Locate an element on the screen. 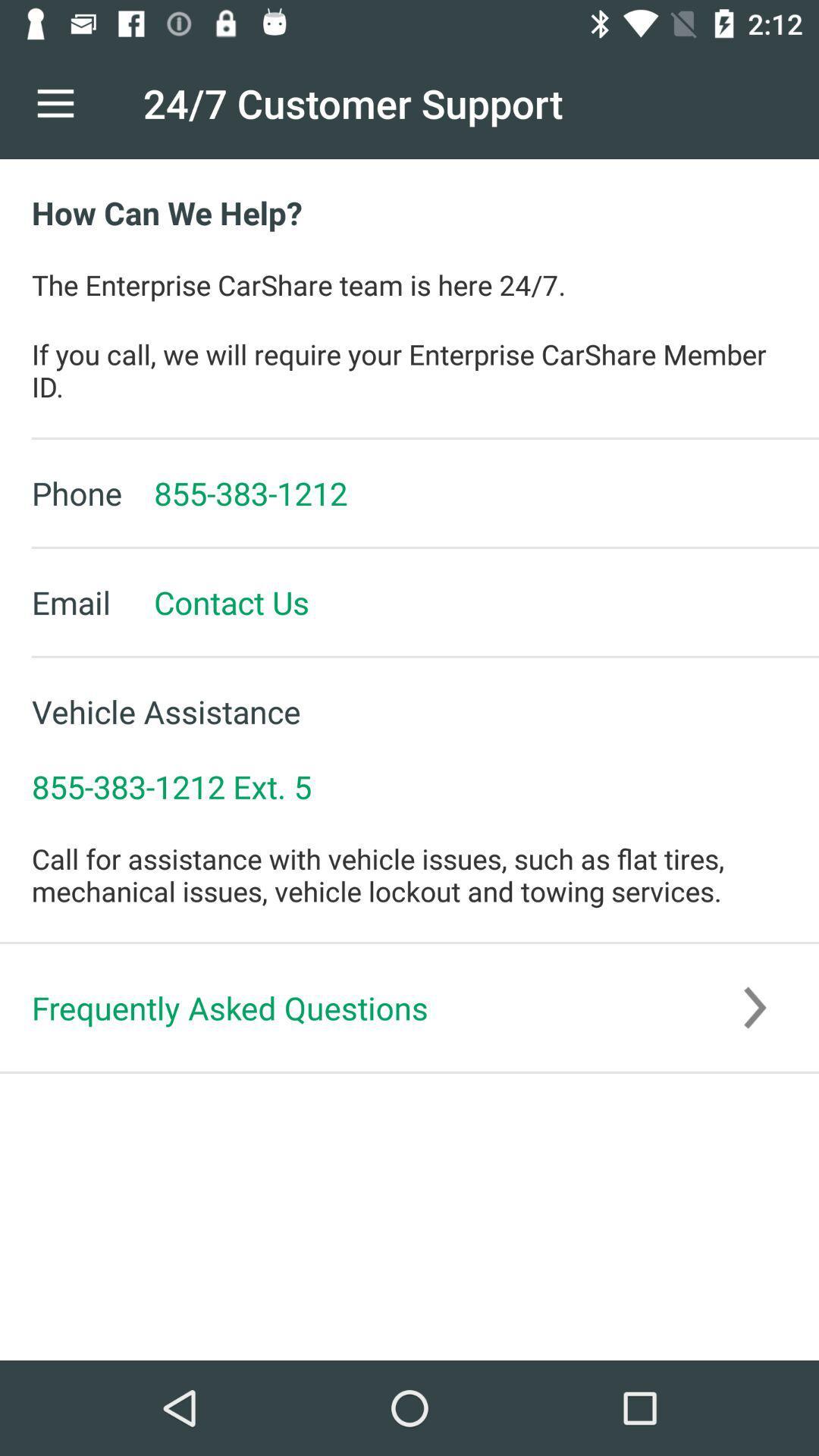 The width and height of the screenshot is (819, 1456). frequently asked questions item is located at coordinates (409, 1008).